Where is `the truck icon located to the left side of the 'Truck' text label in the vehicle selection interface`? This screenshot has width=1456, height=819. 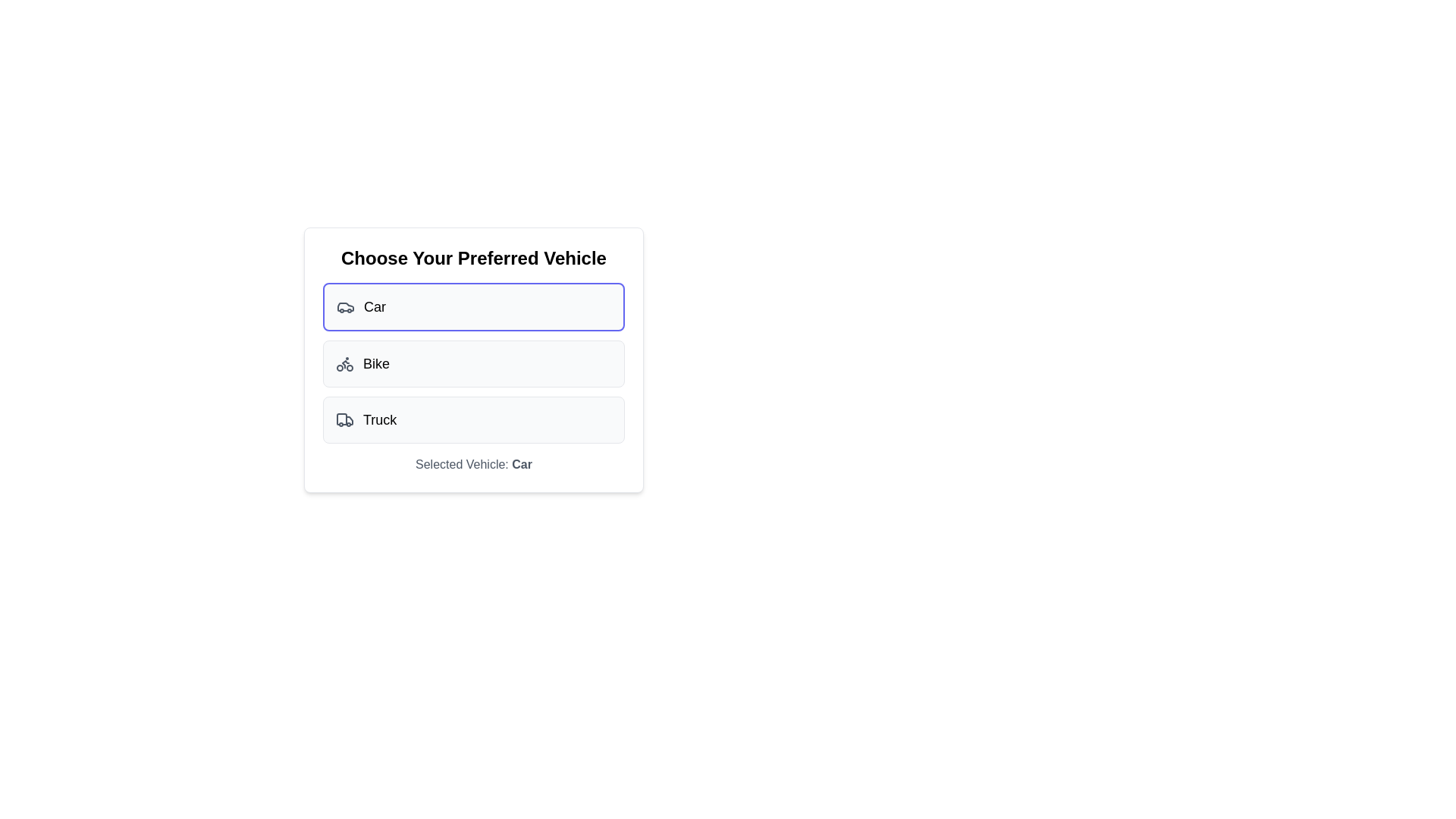 the truck icon located to the left side of the 'Truck' text label in the vehicle selection interface is located at coordinates (344, 420).